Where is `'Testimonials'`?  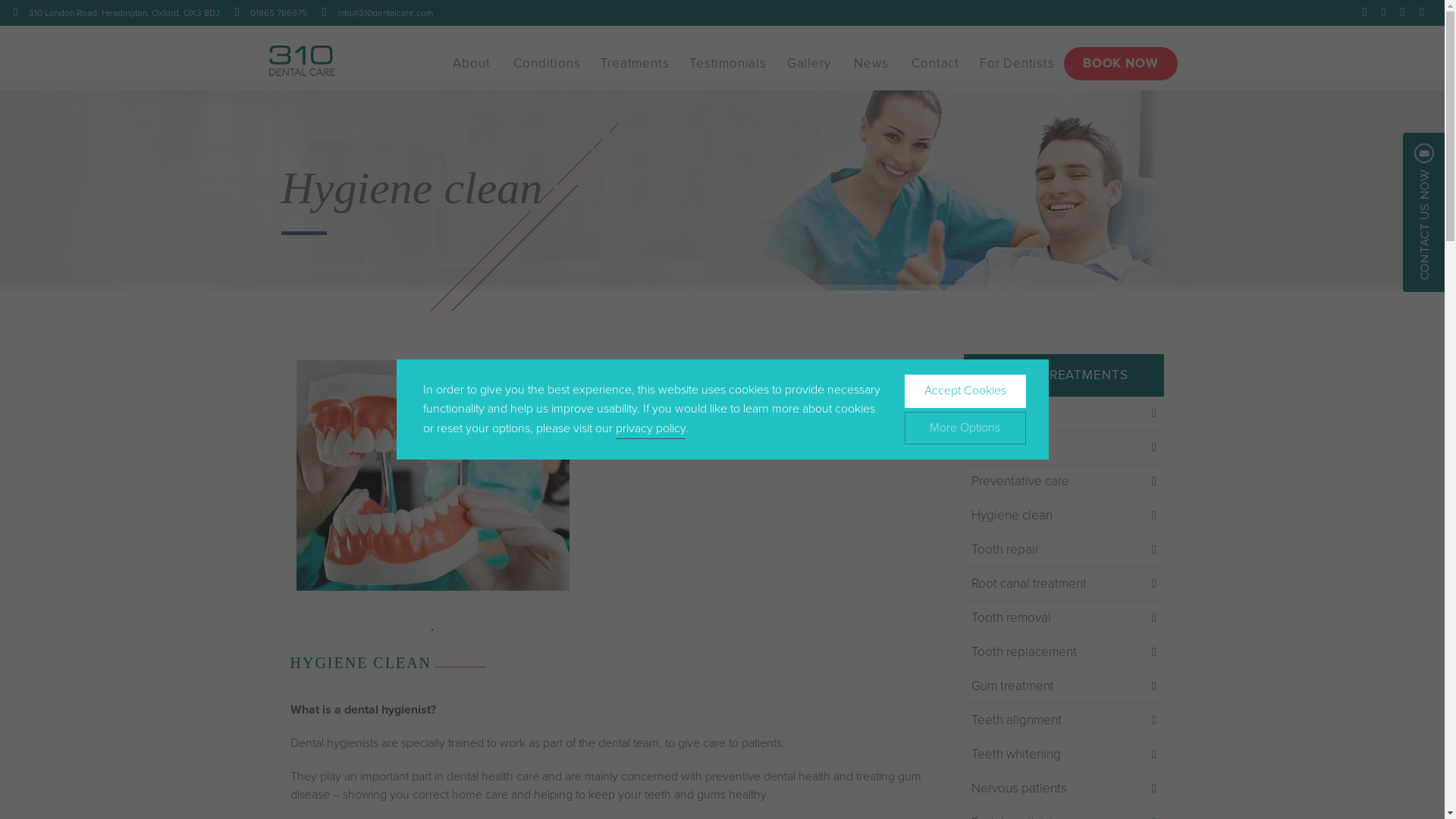 'Testimonials' is located at coordinates (728, 67).